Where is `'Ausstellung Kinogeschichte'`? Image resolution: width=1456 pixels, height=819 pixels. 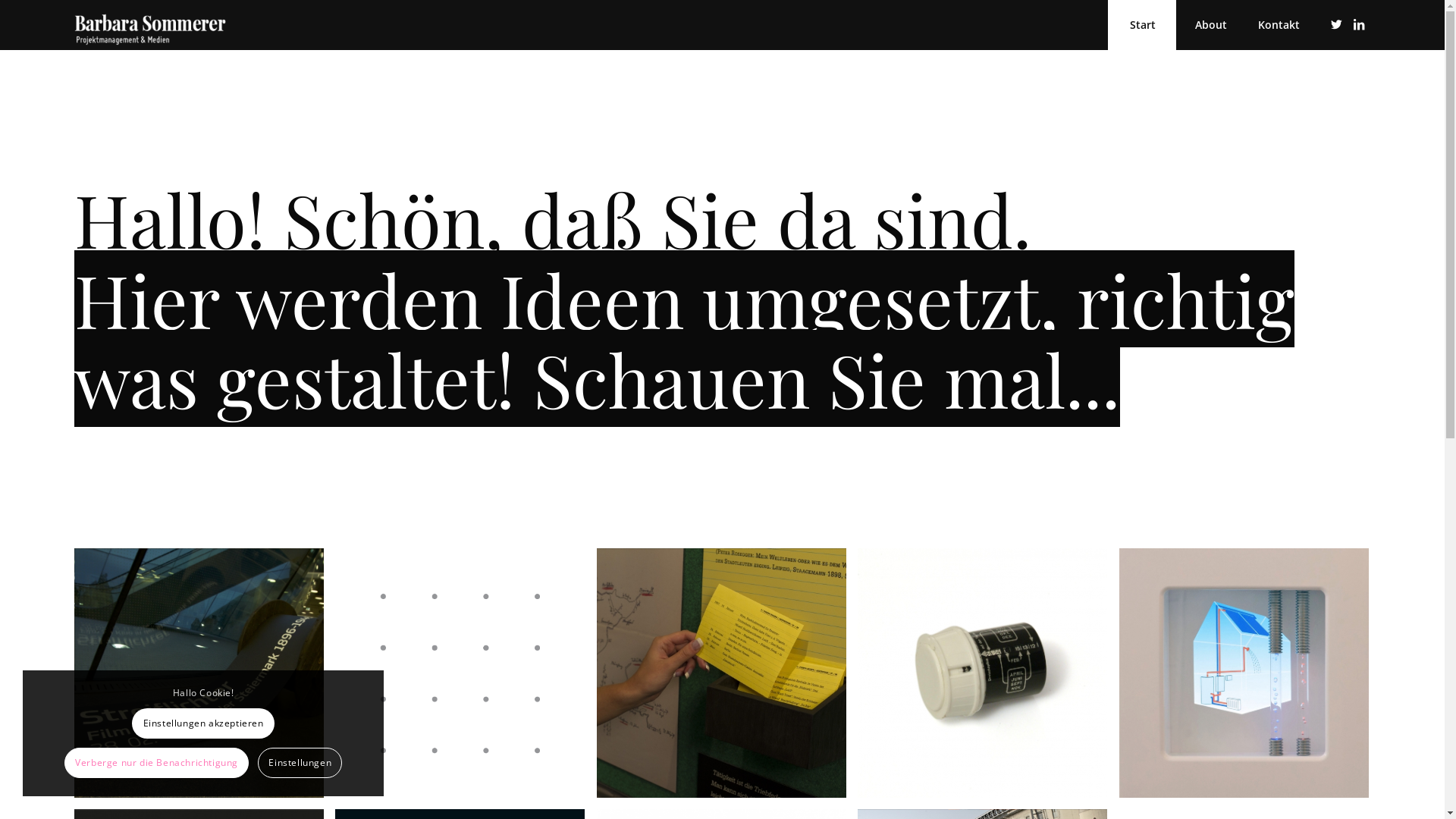 'Ausstellung Kinogeschichte' is located at coordinates (199, 672).